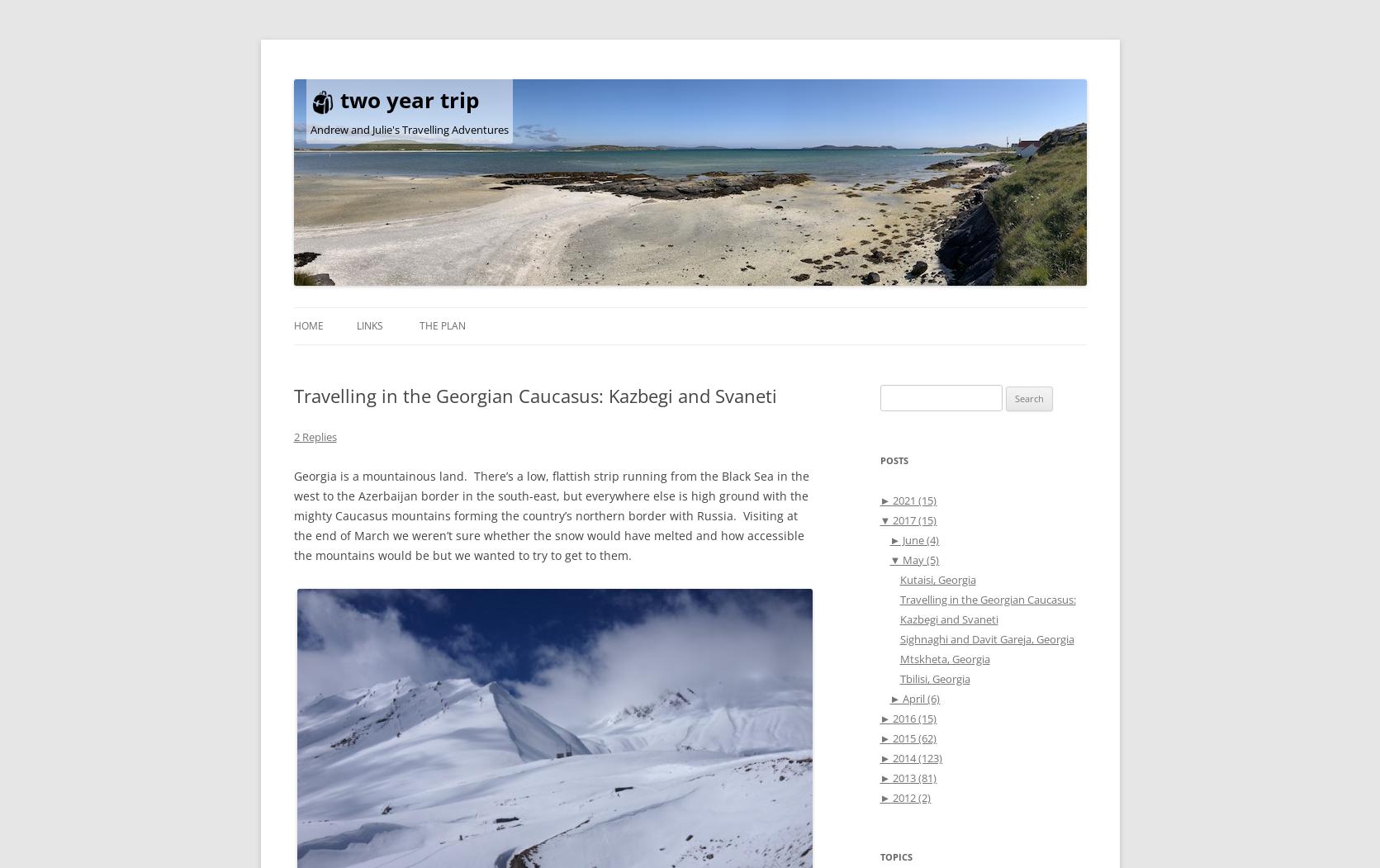 This screenshot has width=1380, height=868. I want to click on '2021 (15)', so click(889, 500).